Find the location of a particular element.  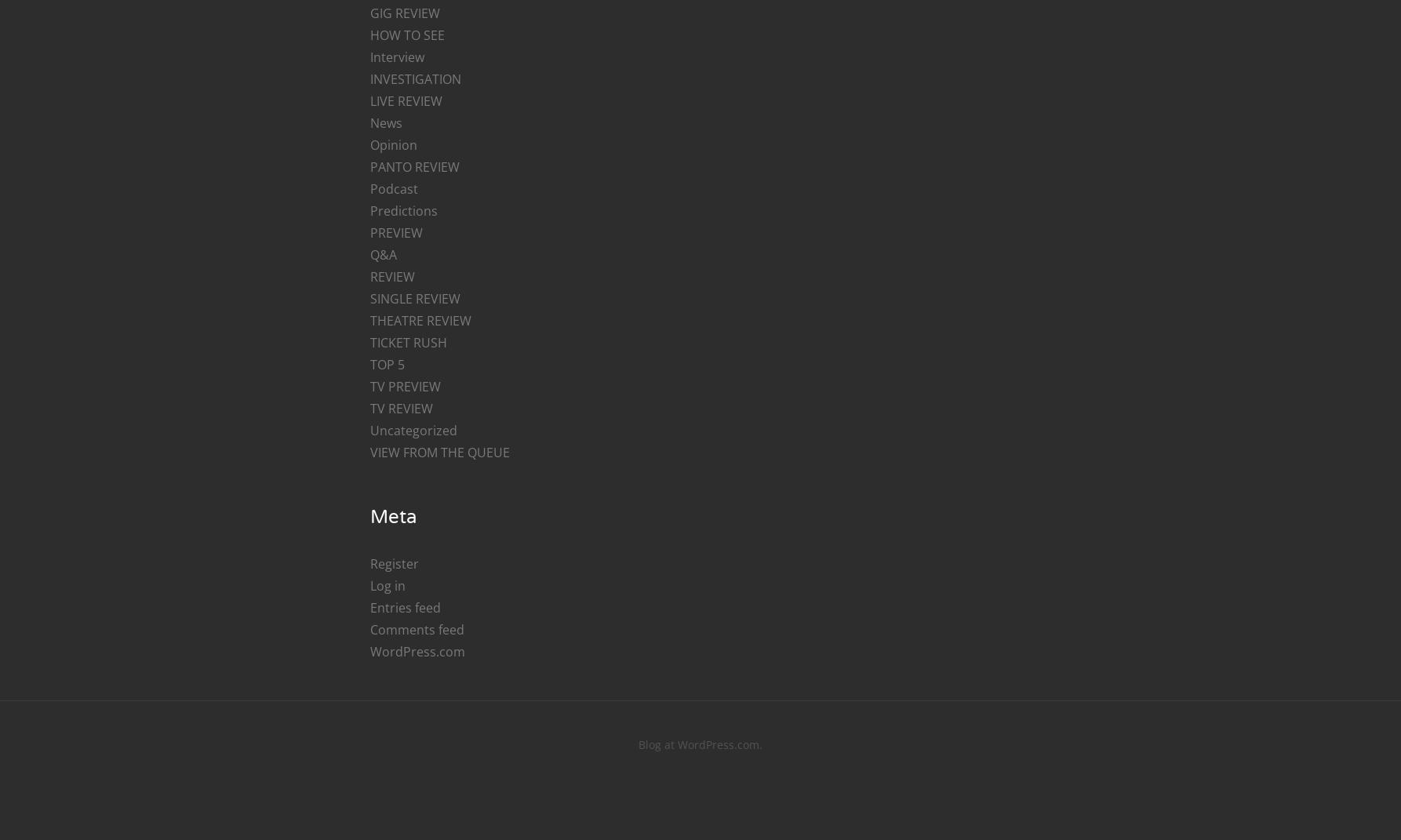

'Comments feed' is located at coordinates (415, 629).